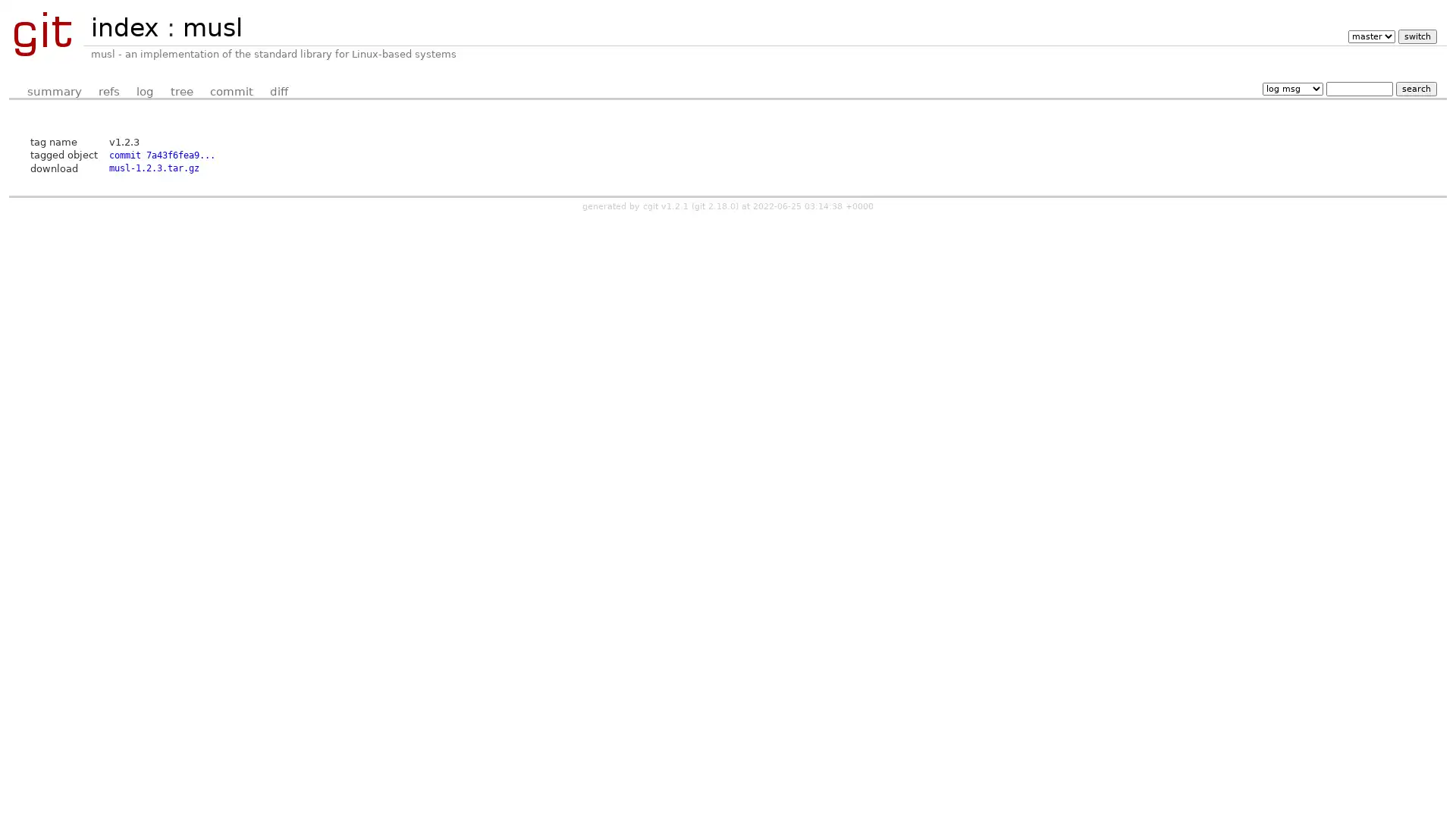  Describe the element at coordinates (1415, 88) in the screenshot. I see `search` at that location.